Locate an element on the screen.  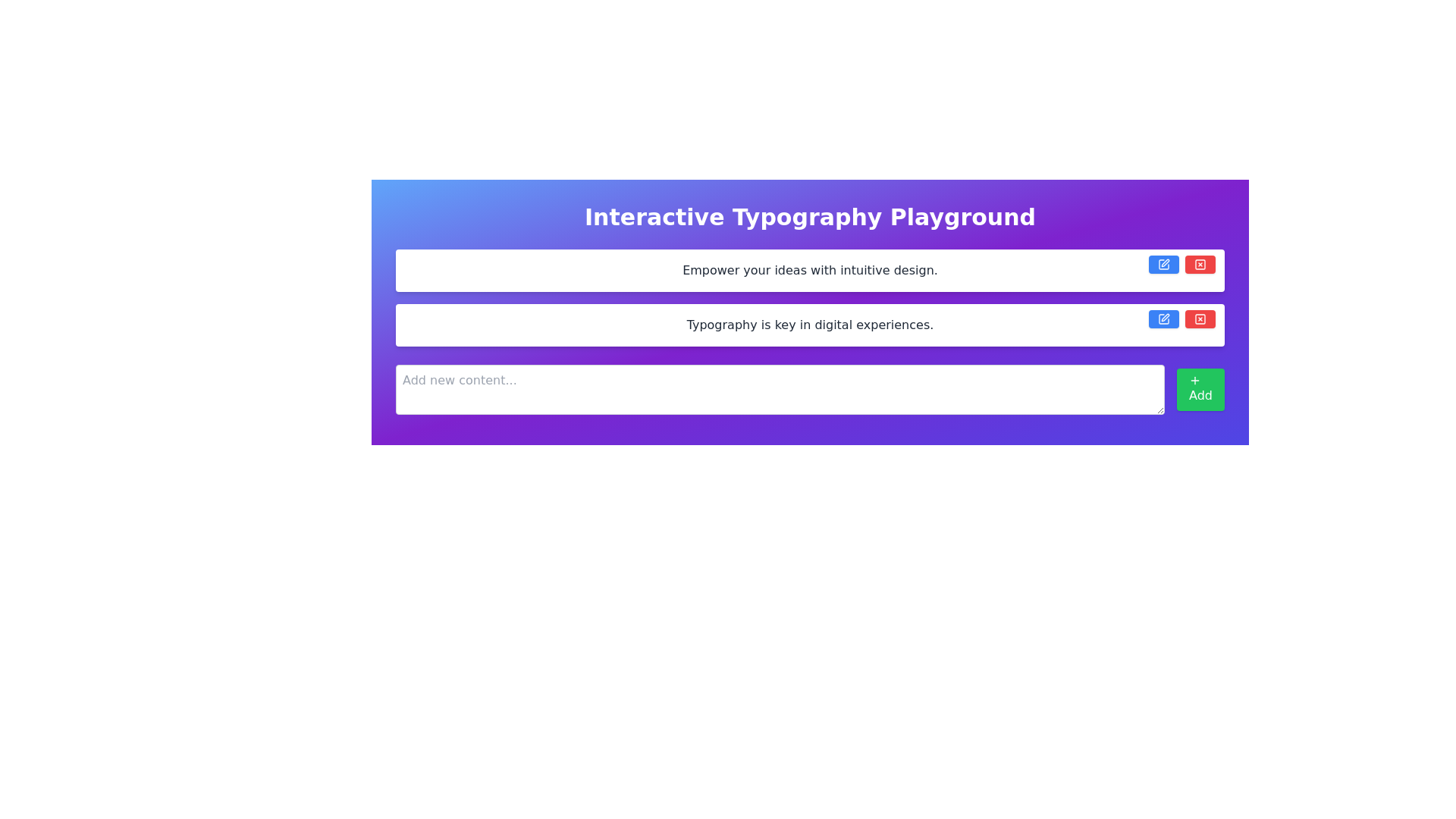
the small plus sign icon within the 'Add' button, which has a green background and white text, located at the bottom right of the interface is located at coordinates (1194, 379).